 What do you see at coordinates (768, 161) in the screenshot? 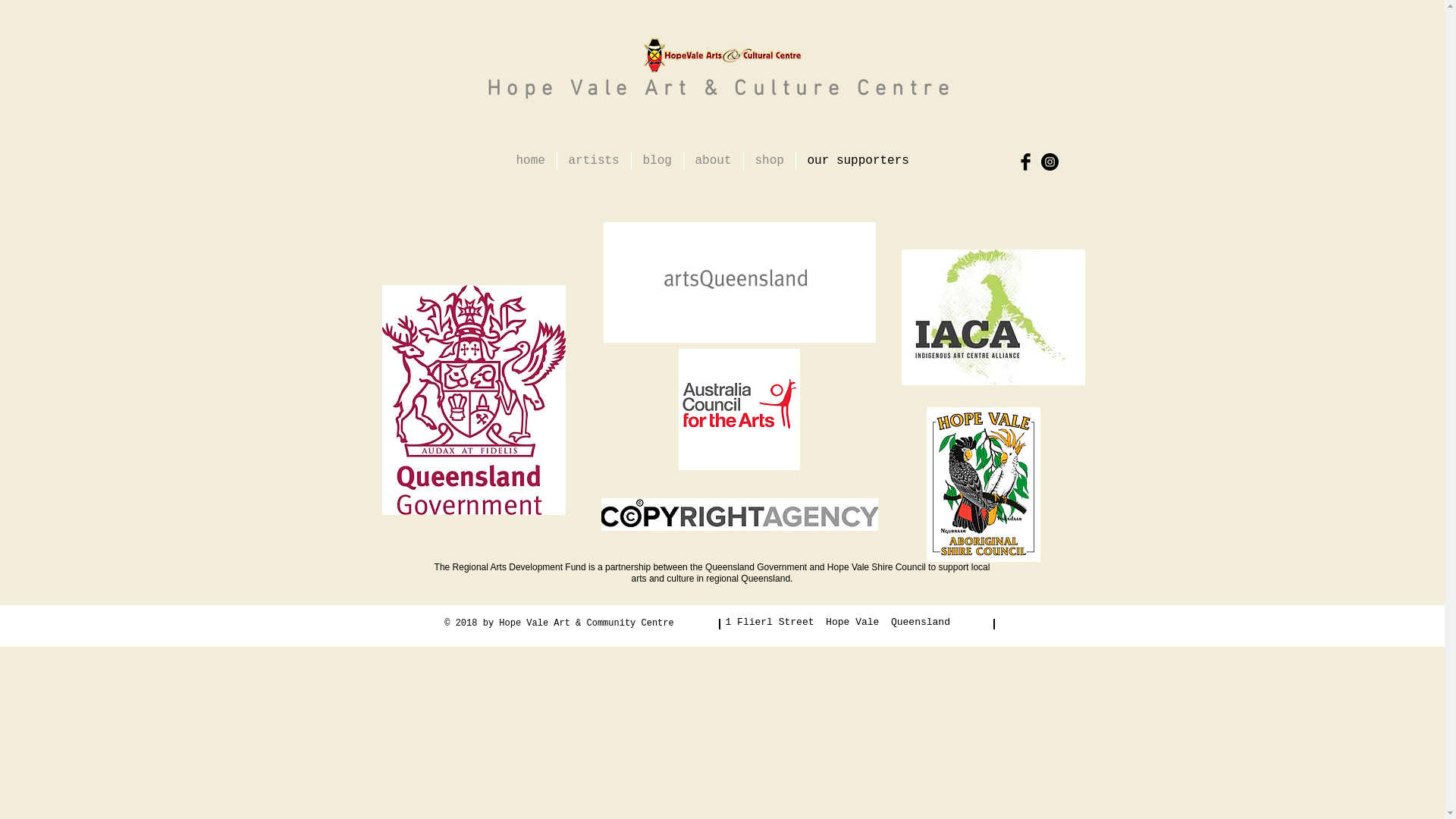
I see `'shop'` at bounding box center [768, 161].